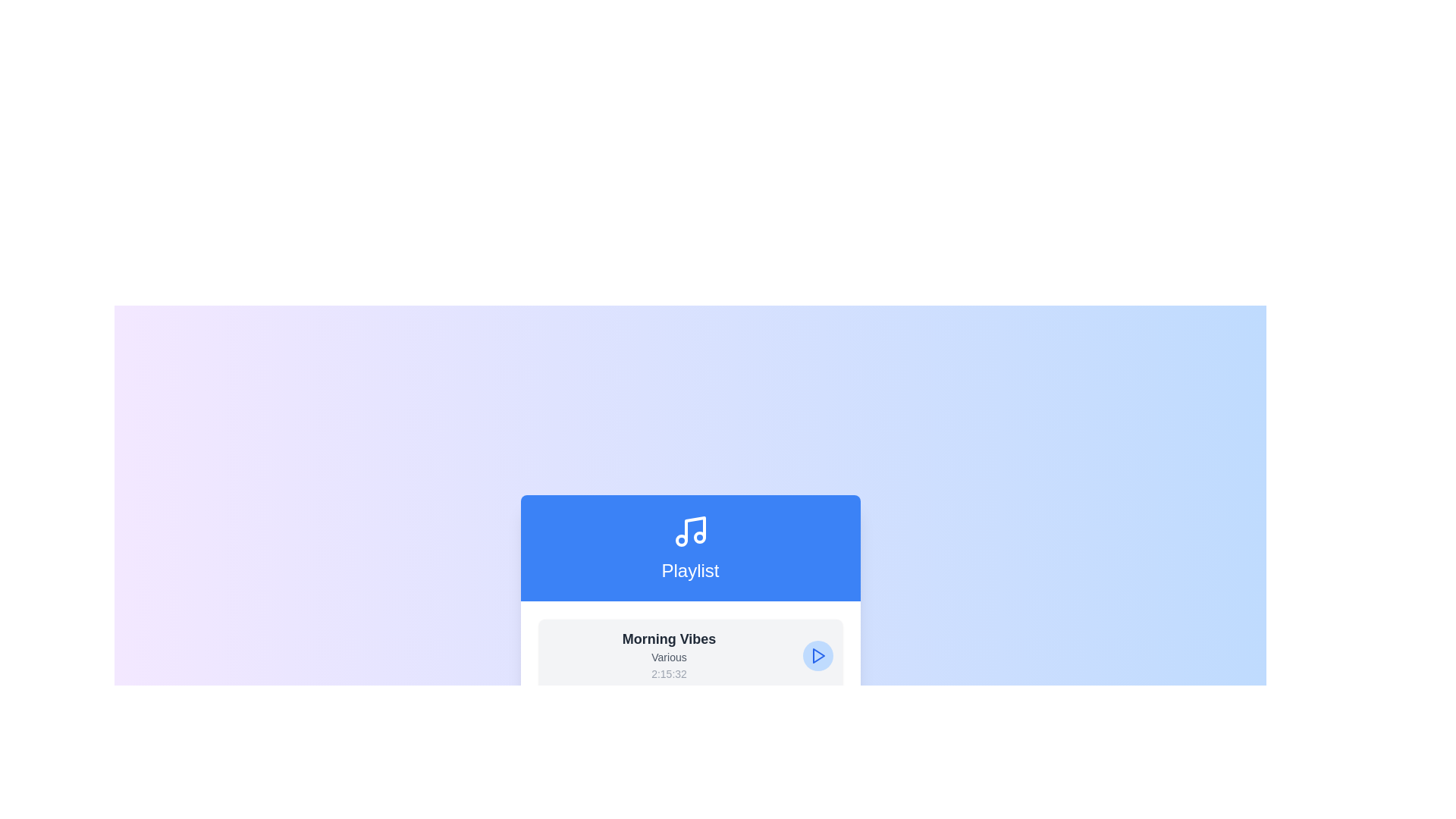  What do you see at coordinates (817, 654) in the screenshot?
I see `the Play Button icon located to the right of the 'Morning Vibes' playlist item` at bounding box center [817, 654].